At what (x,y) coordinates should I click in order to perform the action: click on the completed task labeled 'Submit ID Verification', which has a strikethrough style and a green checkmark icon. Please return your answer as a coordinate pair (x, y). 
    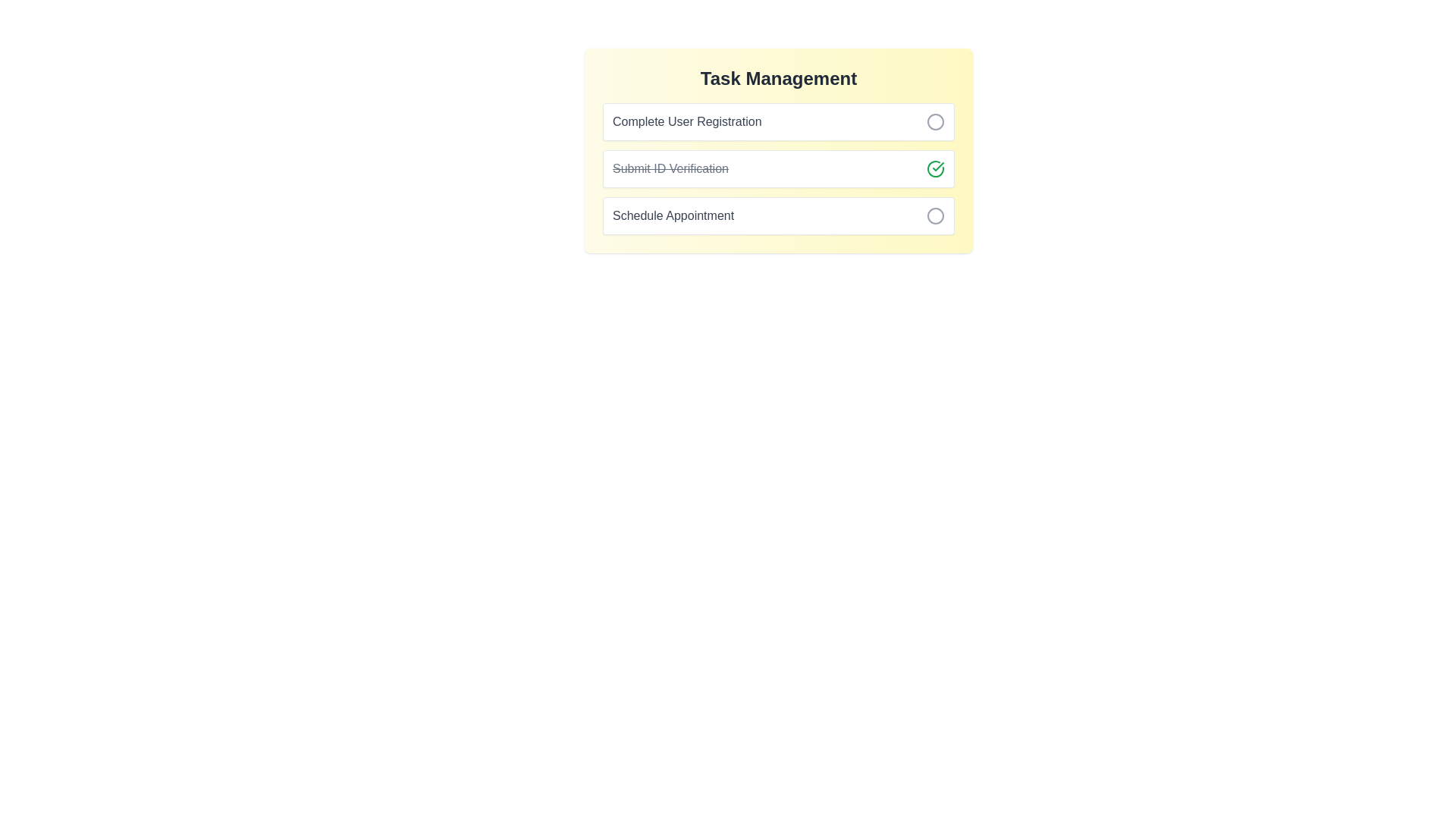
    Looking at the image, I should click on (779, 151).